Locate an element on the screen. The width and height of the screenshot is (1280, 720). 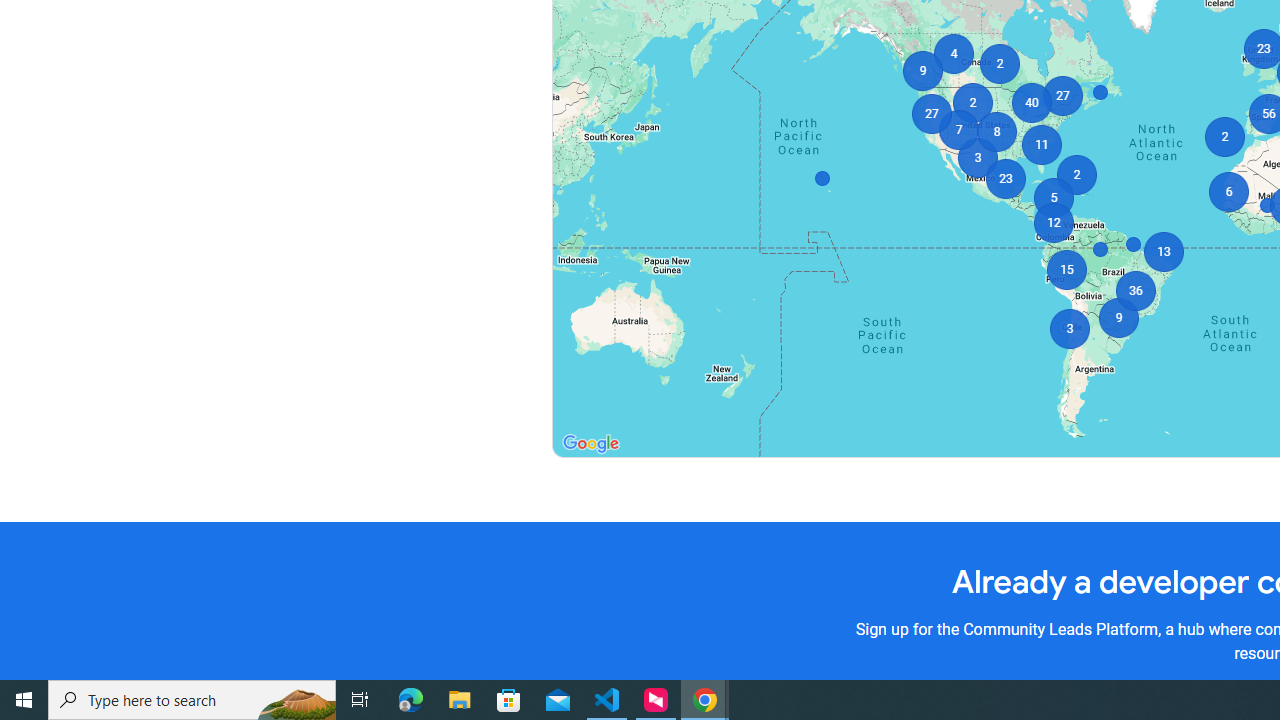
'23' is located at coordinates (1006, 177).